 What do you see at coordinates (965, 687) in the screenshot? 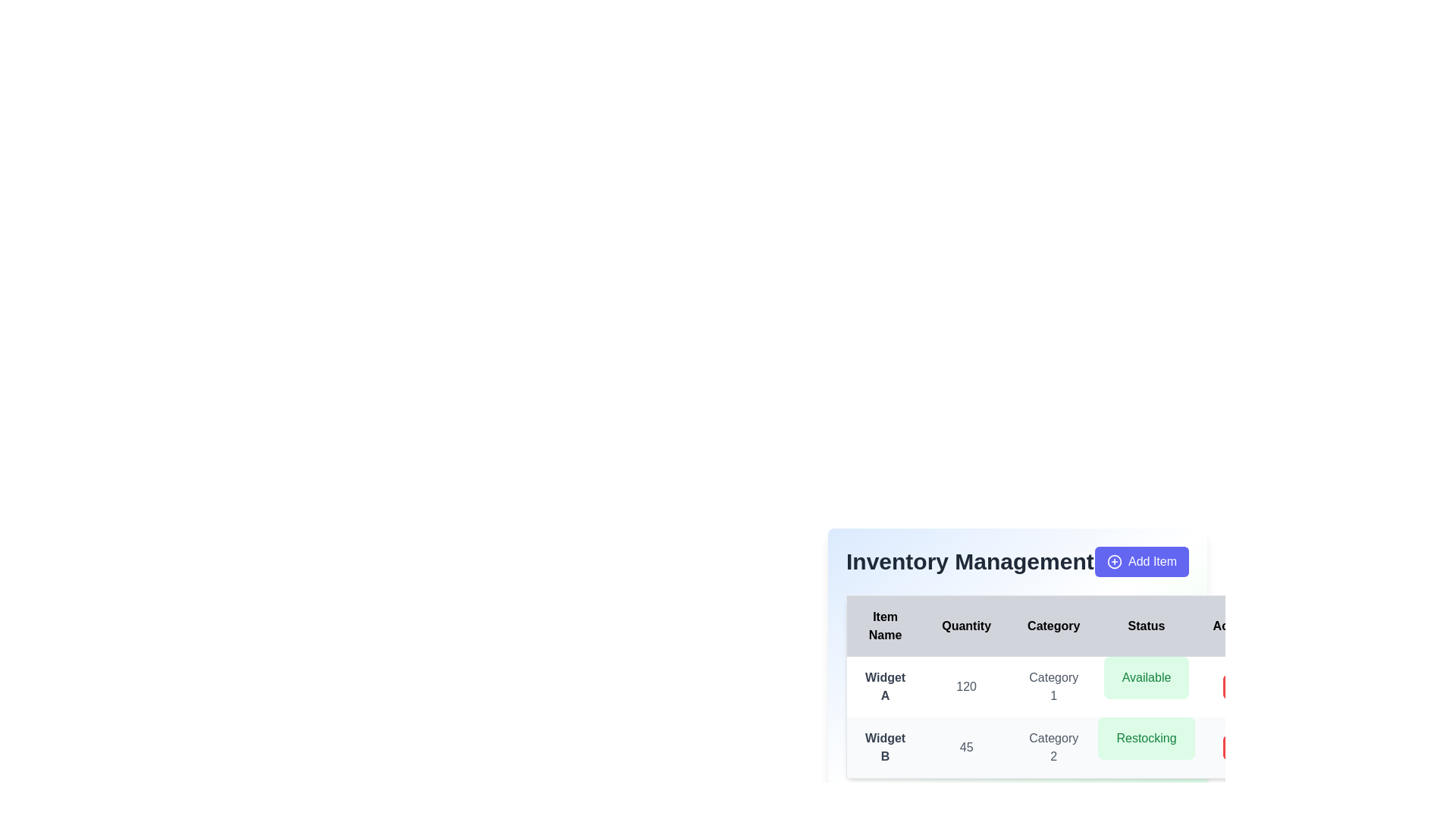
I see `the quantity display text for 'Widget A' in the inventory table, located in the second column of the first row under the 'Quantity' column` at bounding box center [965, 687].